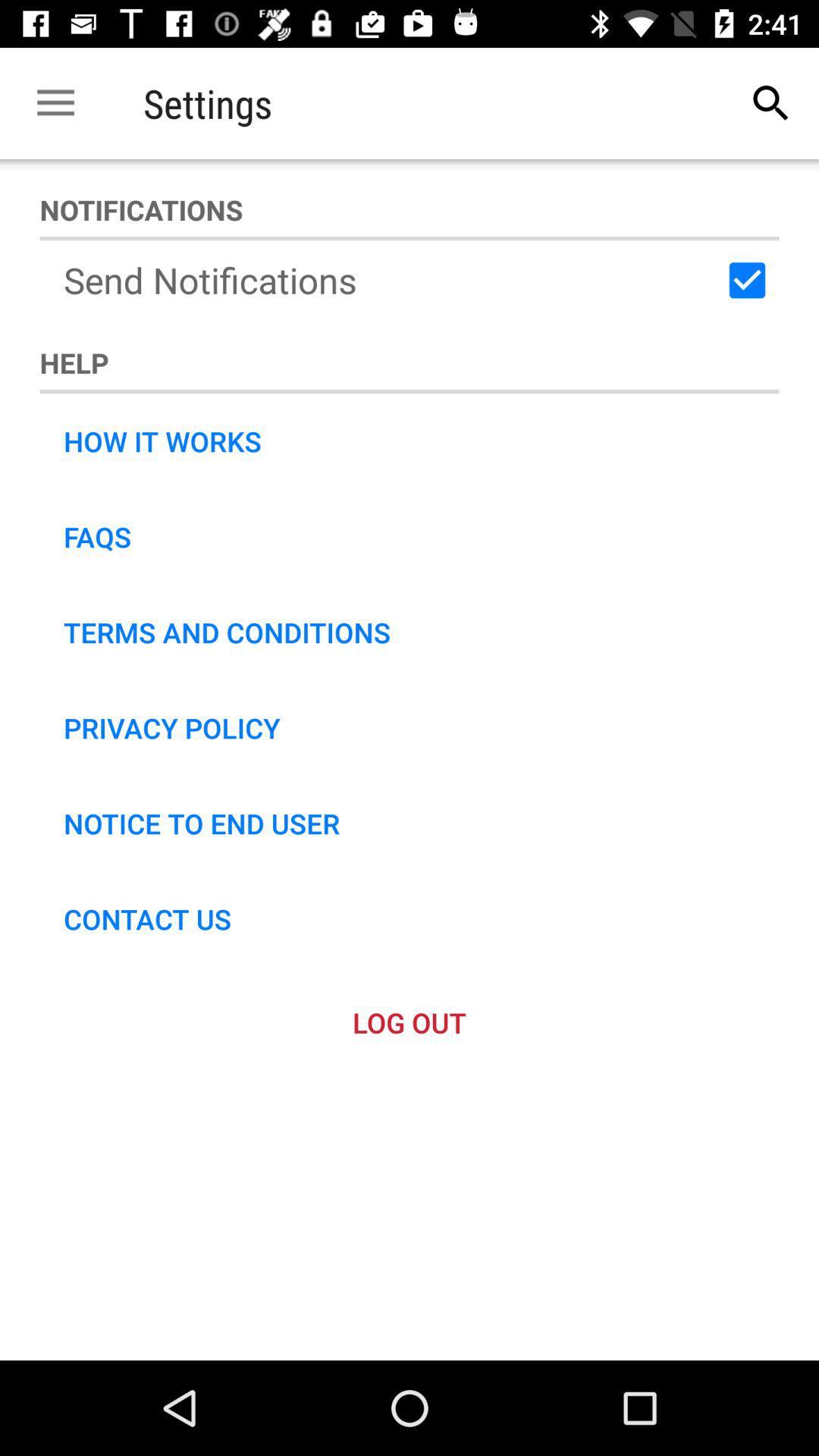 The width and height of the screenshot is (819, 1456). Describe the element at coordinates (171, 728) in the screenshot. I see `the icon below the terms and conditions item` at that location.